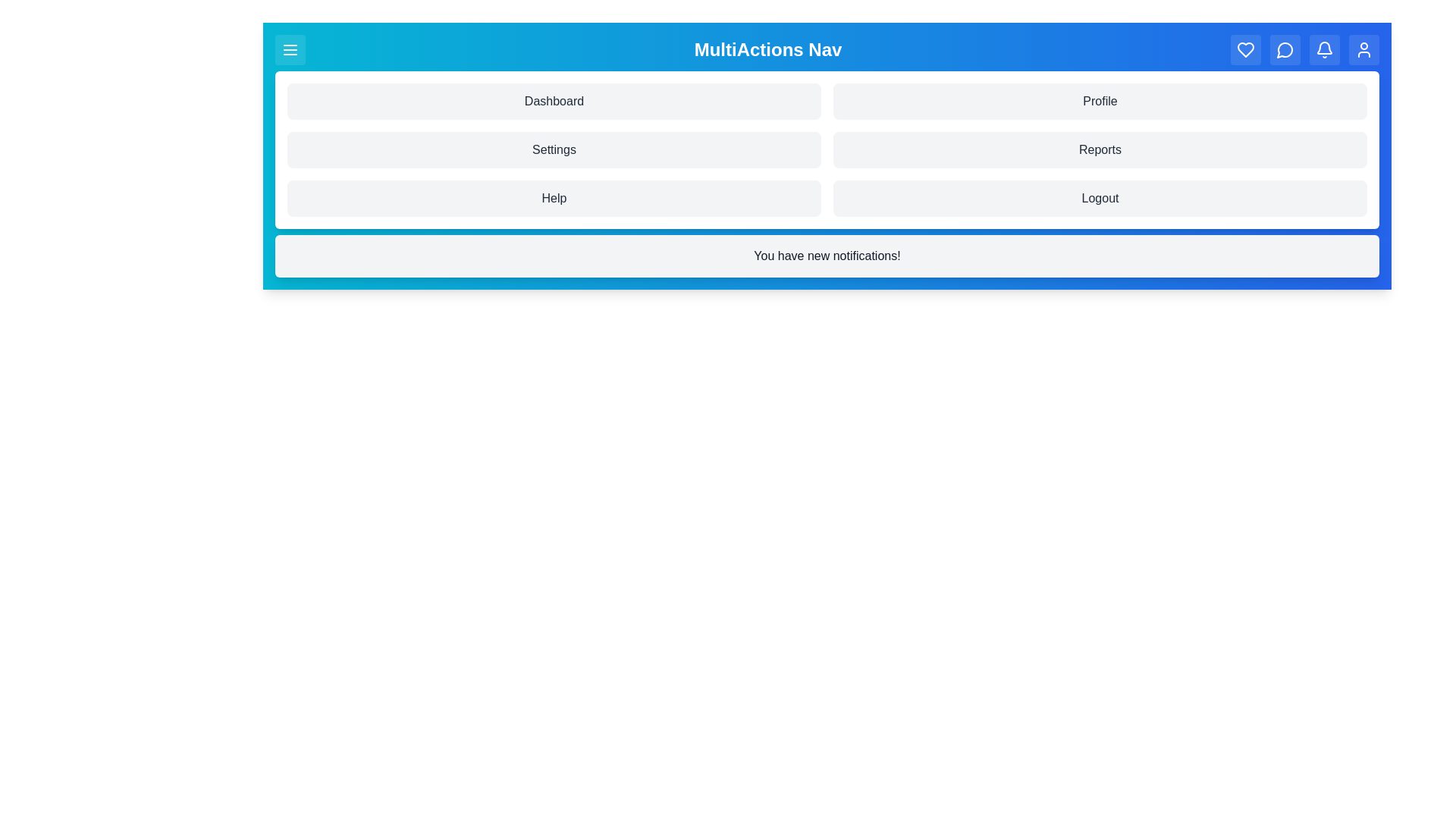 The height and width of the screenshot is (819, 1456). Describe the element at coordinates (1324, 49) in the screenshot. I see `bell icon to toggle the notifications panel` at that location.